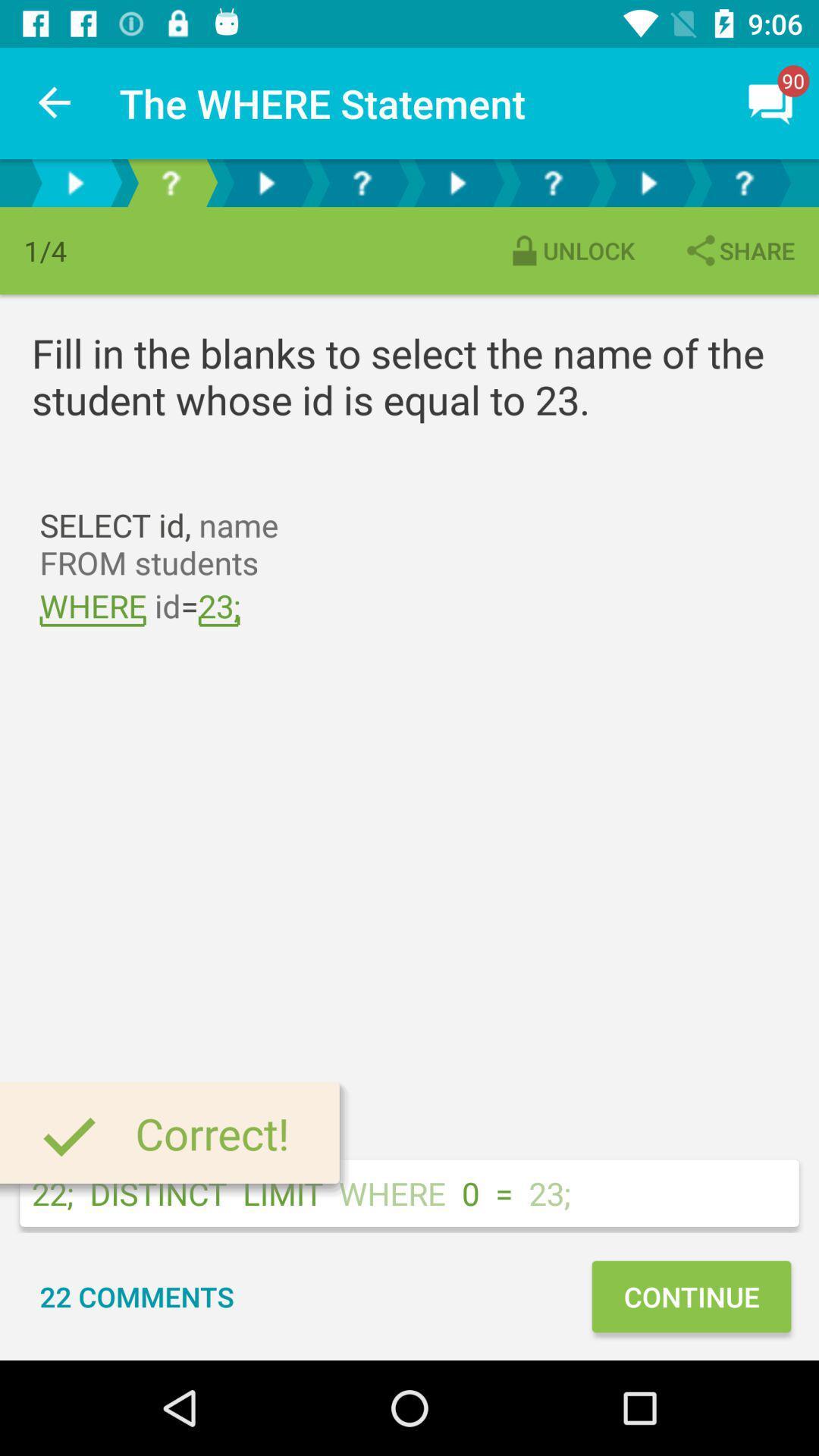 This screenshot has height=1456, width=819. Describe the element at coordinates (75, 182) in the screenshot. I see `previous content` at that location.